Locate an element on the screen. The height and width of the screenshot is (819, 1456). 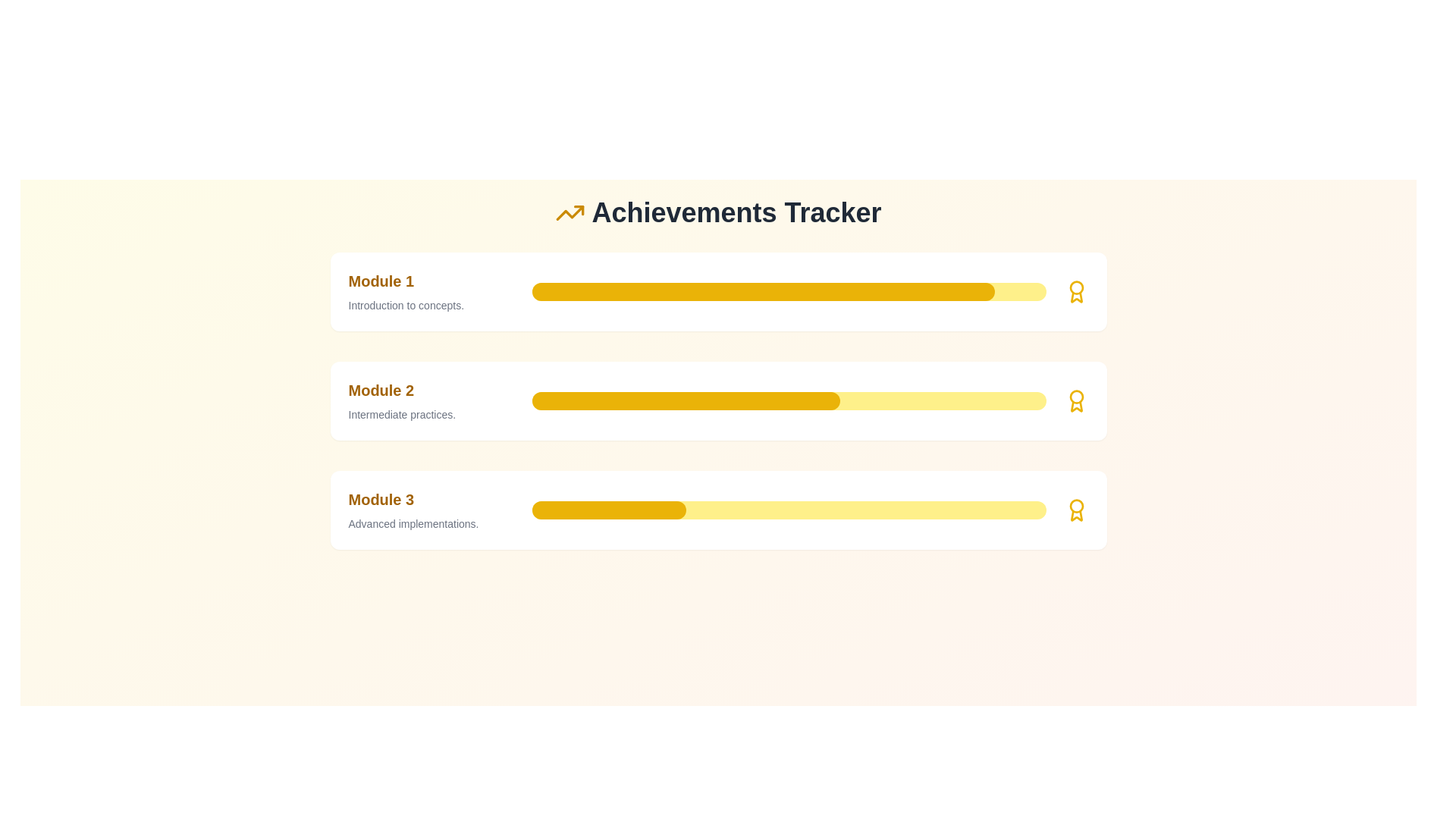
the static text label that provides a summary of the module's content, located below the title 'Module 1' and to the left of the progress bar is located at coordinates (433, 305).